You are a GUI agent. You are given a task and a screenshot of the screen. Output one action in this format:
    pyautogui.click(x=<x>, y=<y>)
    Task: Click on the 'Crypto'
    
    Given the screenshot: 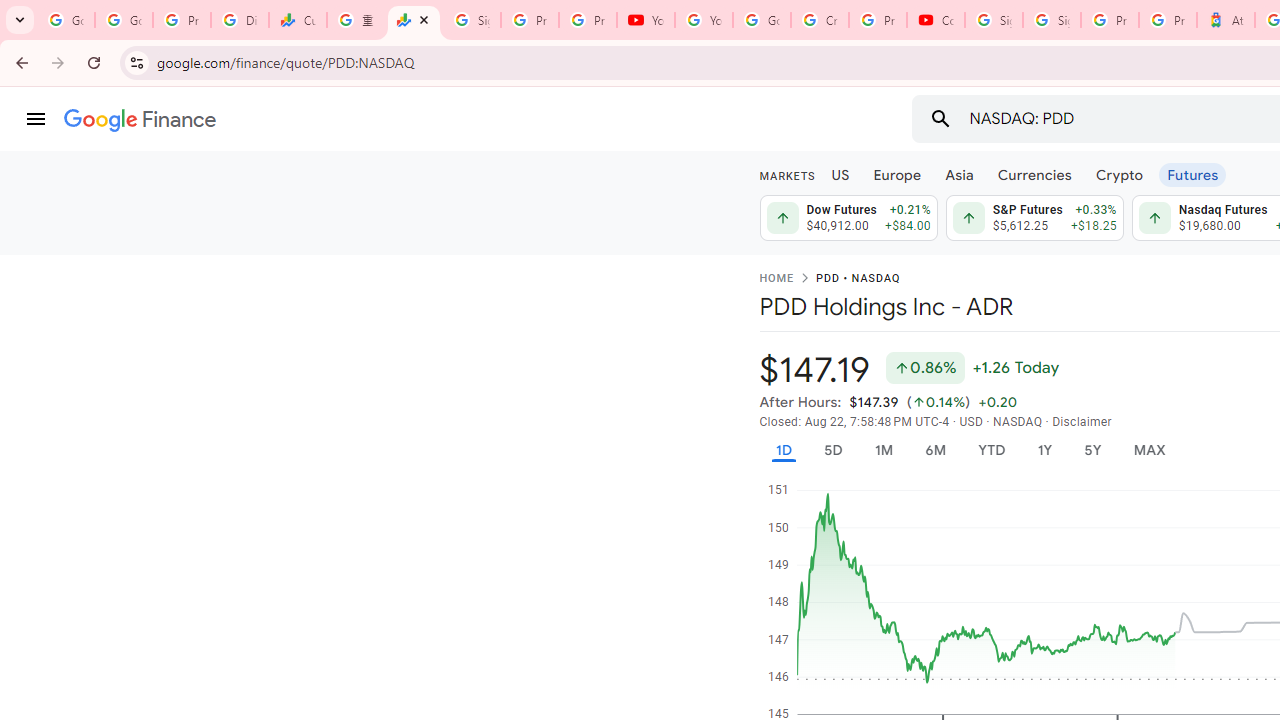 What is the action you would take?
    pyautogui.click(x=1118, y=173)
    